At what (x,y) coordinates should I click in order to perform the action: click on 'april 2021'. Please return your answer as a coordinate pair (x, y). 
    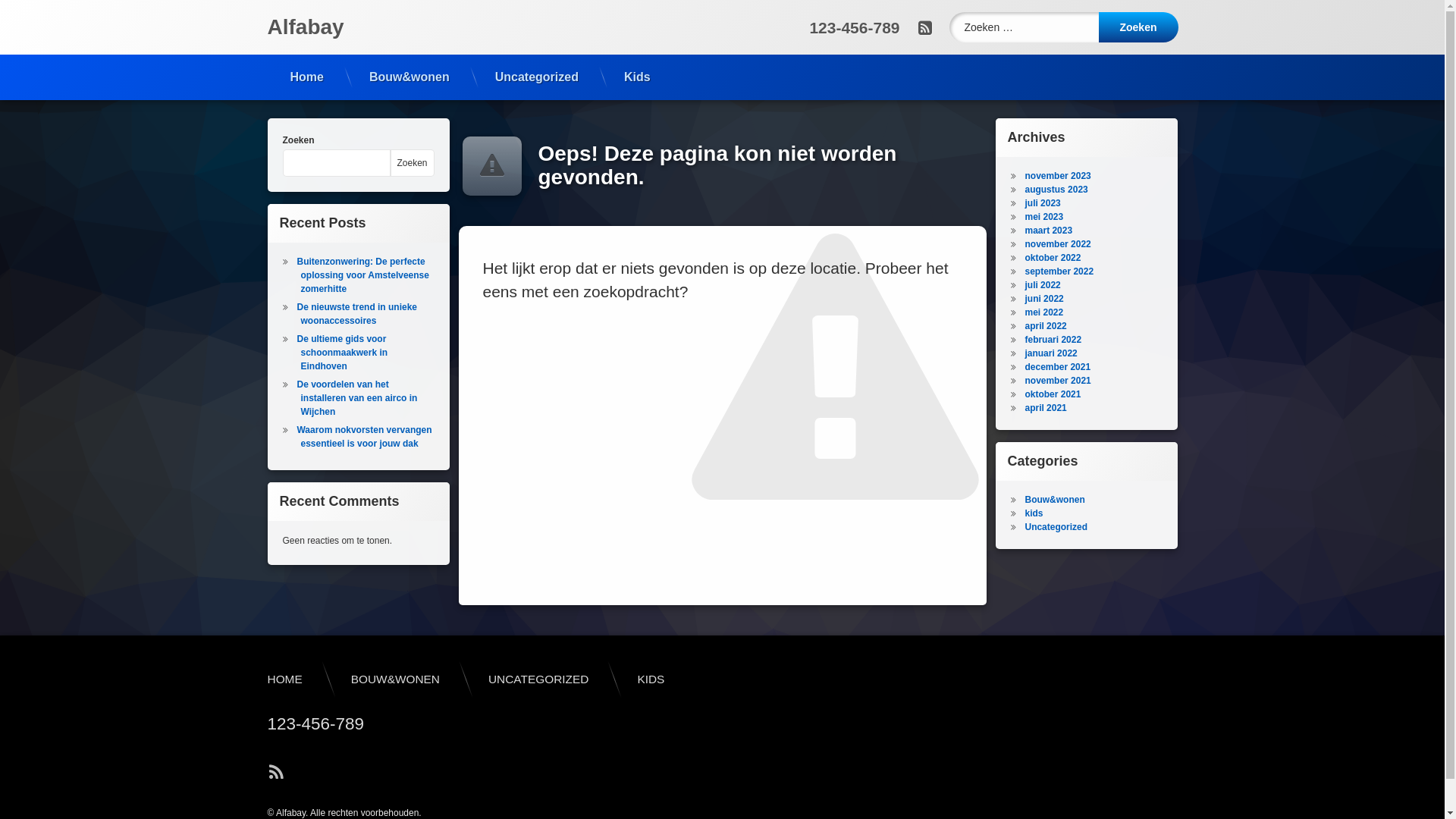
    Looking at the image, I should click on (1024, 406).